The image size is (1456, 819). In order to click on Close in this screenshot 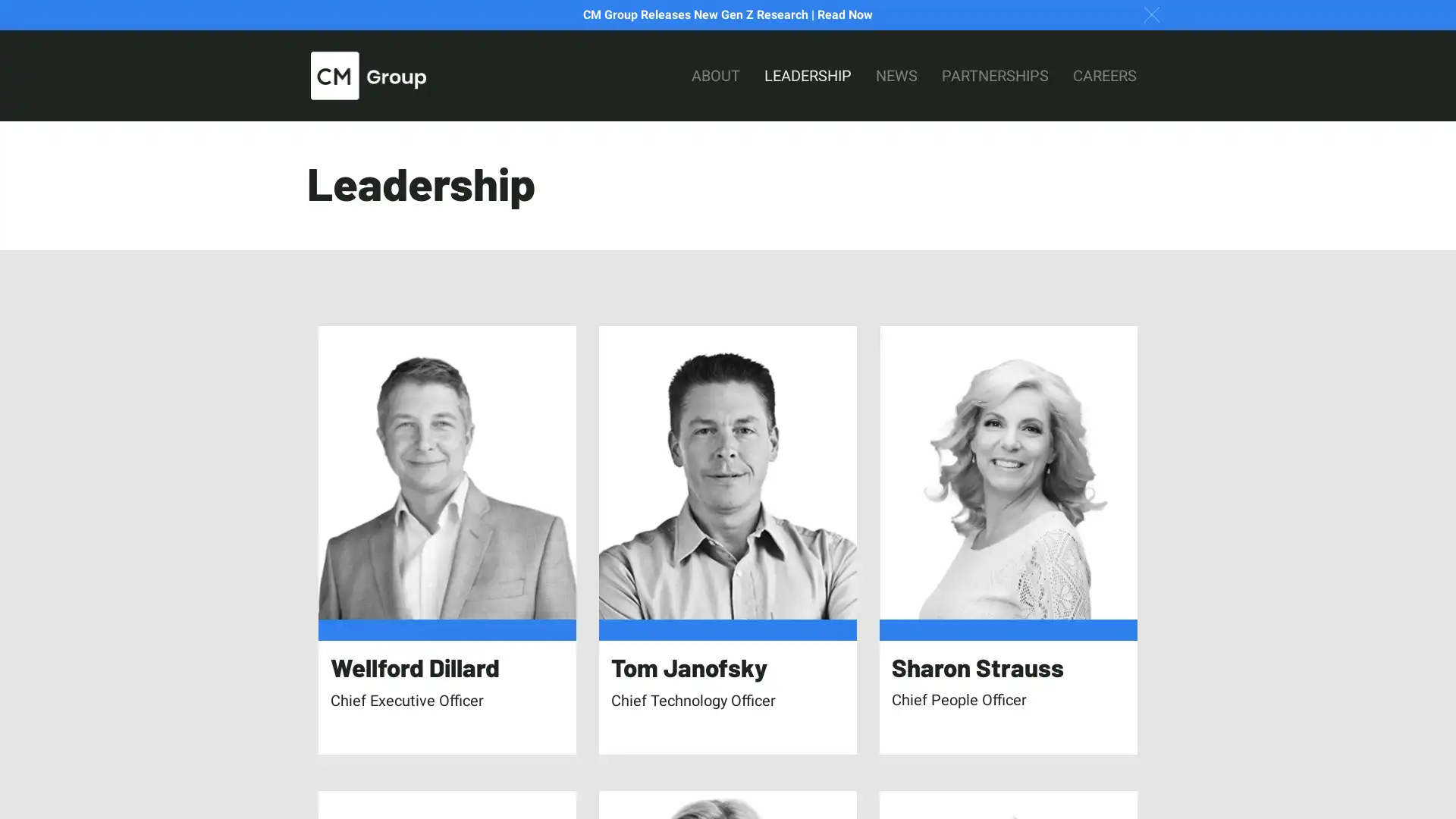, I will do `click(1151, 14)`.